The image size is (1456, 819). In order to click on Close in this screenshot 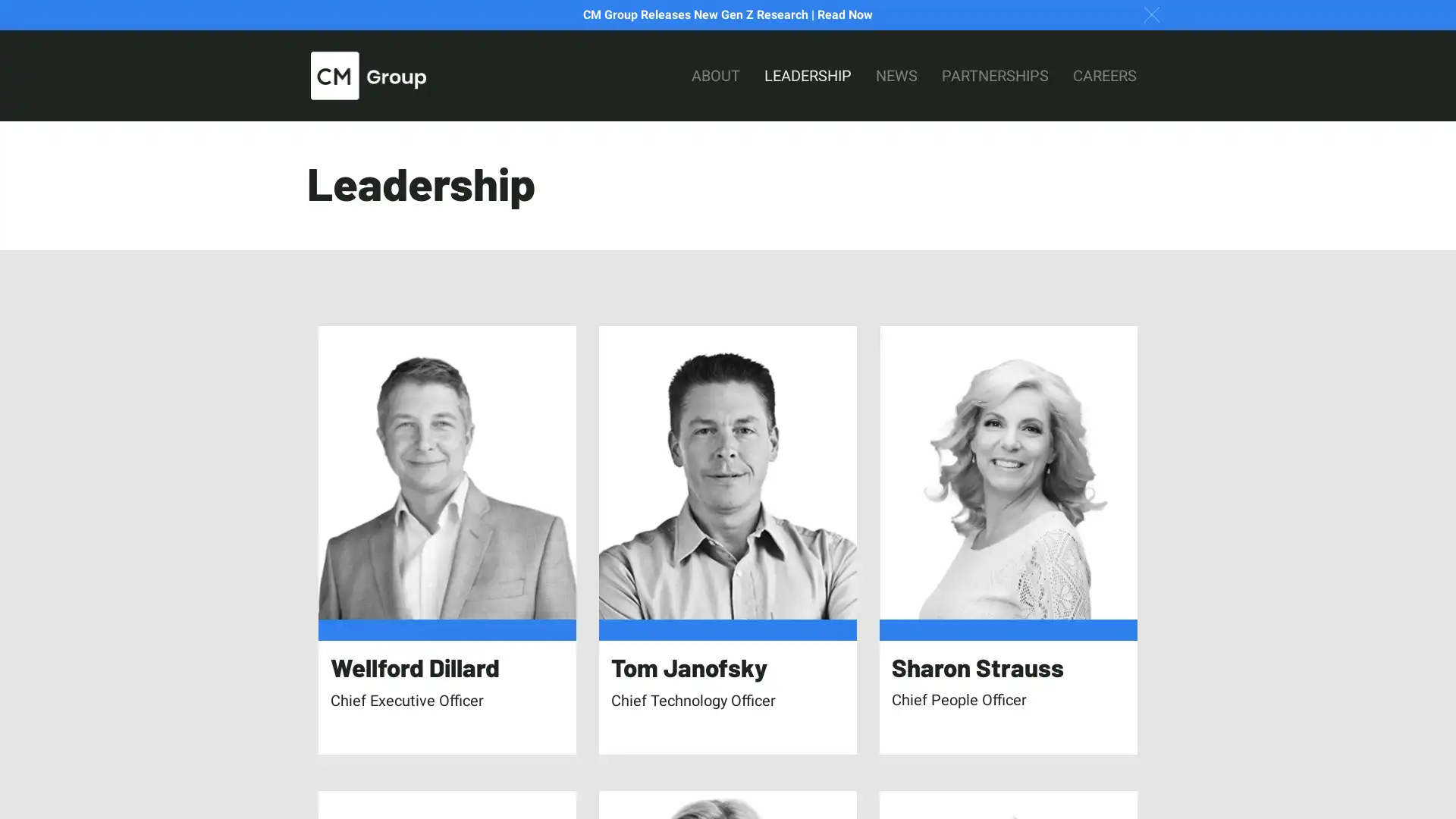, I will do `click(1151, 14)`.